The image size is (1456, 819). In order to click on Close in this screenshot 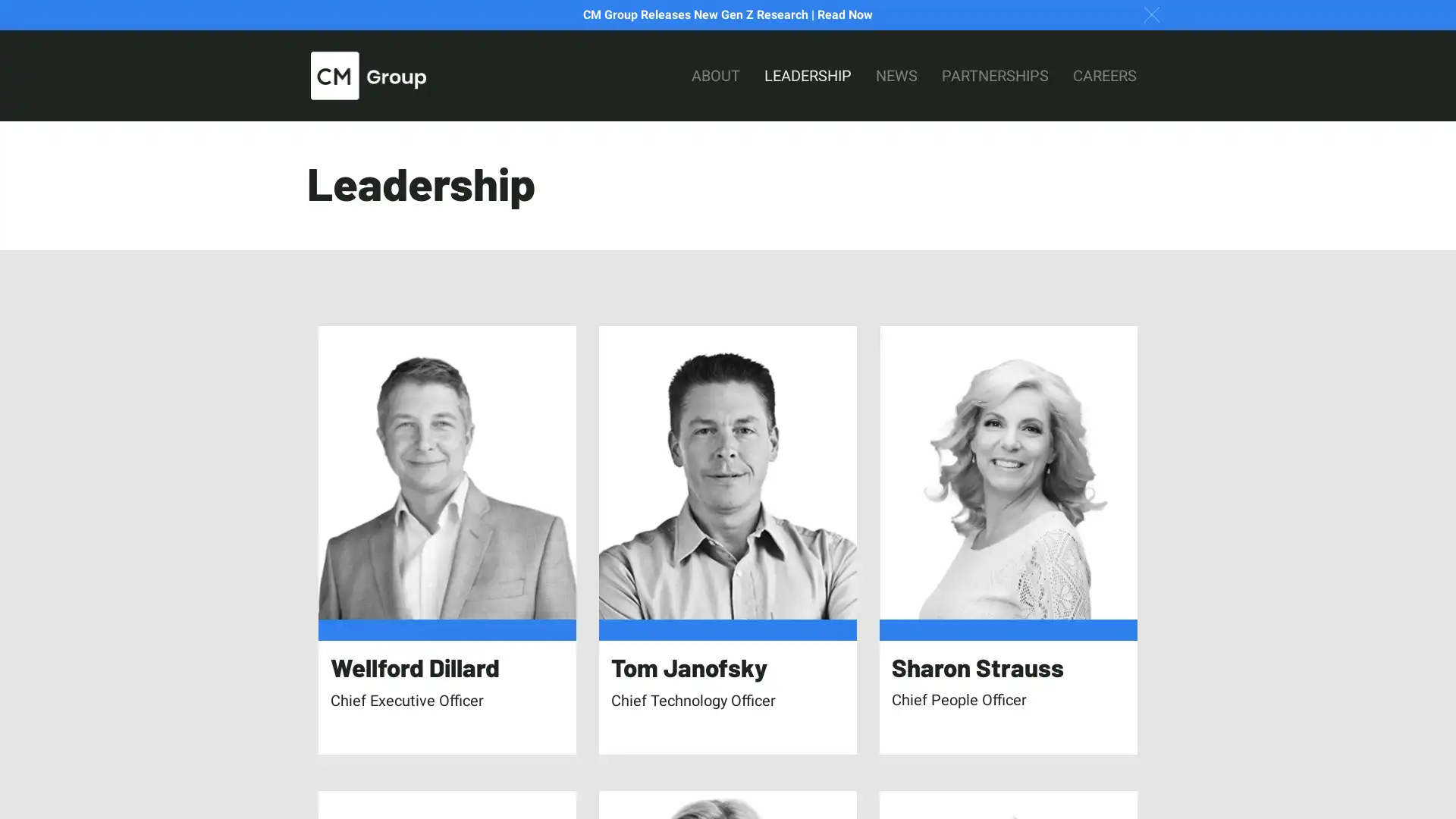, I will do `click(1151, 14)`.